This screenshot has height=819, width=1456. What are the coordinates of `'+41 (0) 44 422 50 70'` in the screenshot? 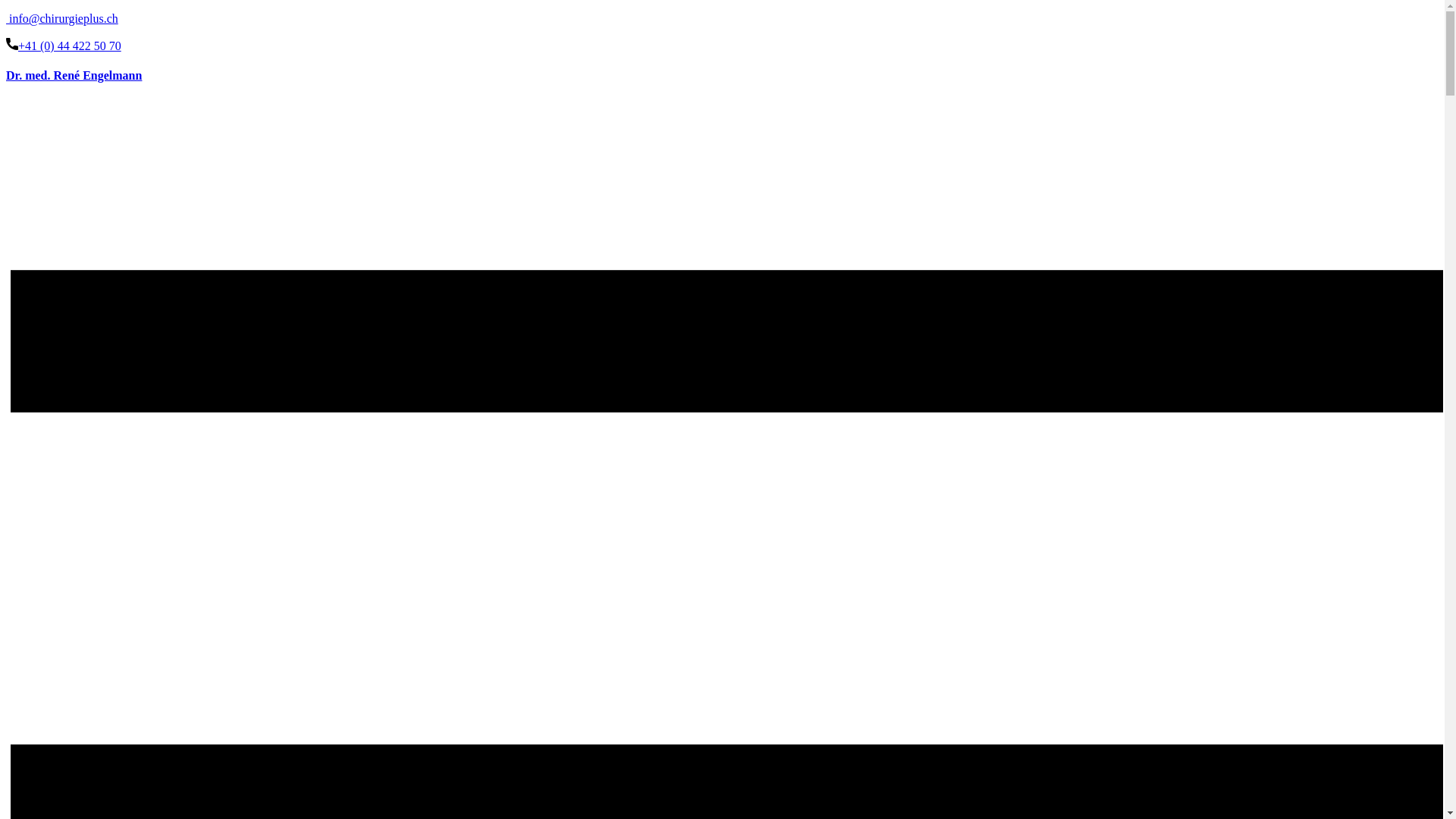 It's located at (6, 45).